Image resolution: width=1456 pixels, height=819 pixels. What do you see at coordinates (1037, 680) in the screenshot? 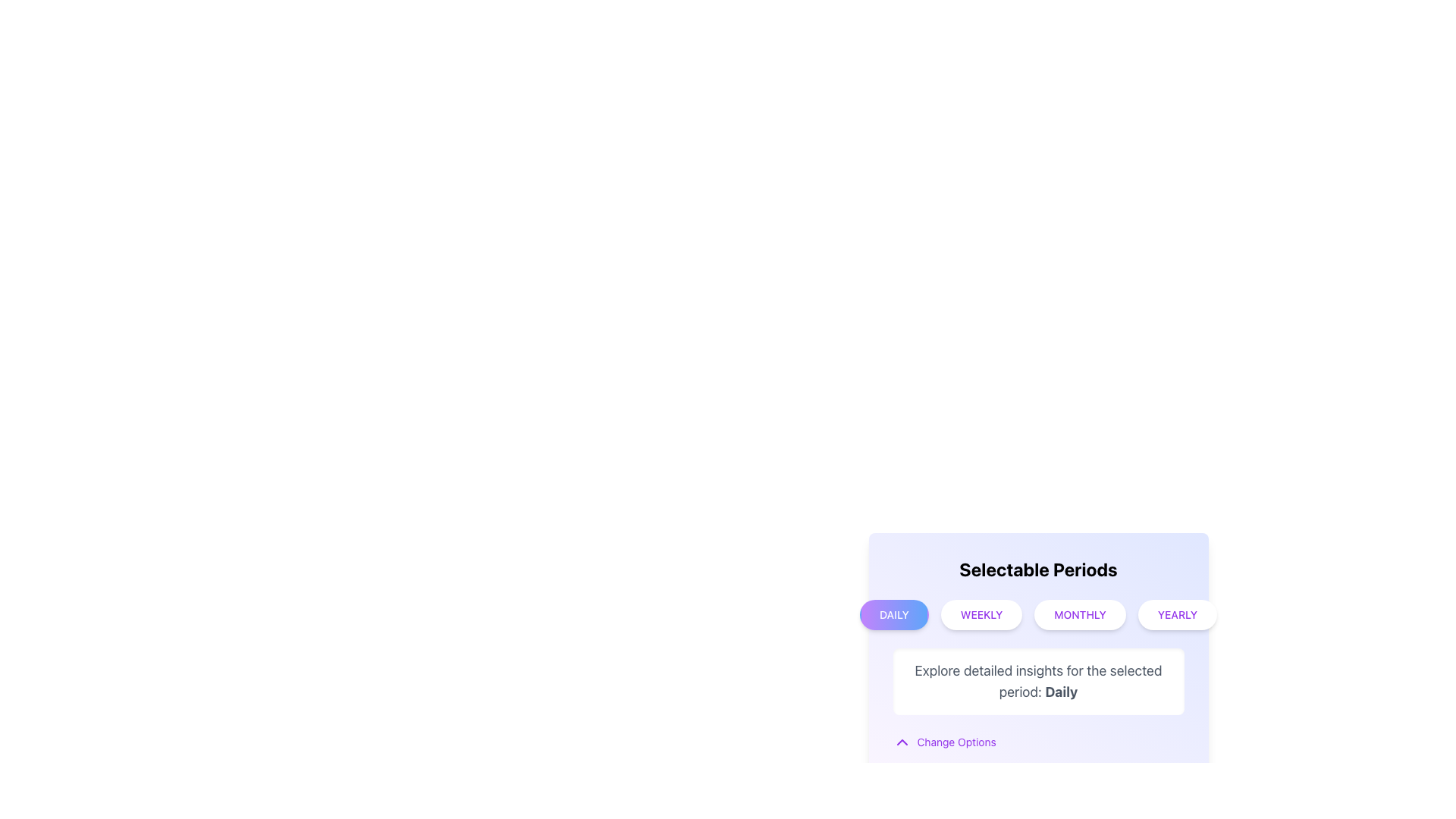
I see `static text that says 'Explore detailed insights for the selected period: Daily', which is styled in gray and located beneath the period selection buttons in the 'Selectable Periods' card` at bounding box center [1037, 680].